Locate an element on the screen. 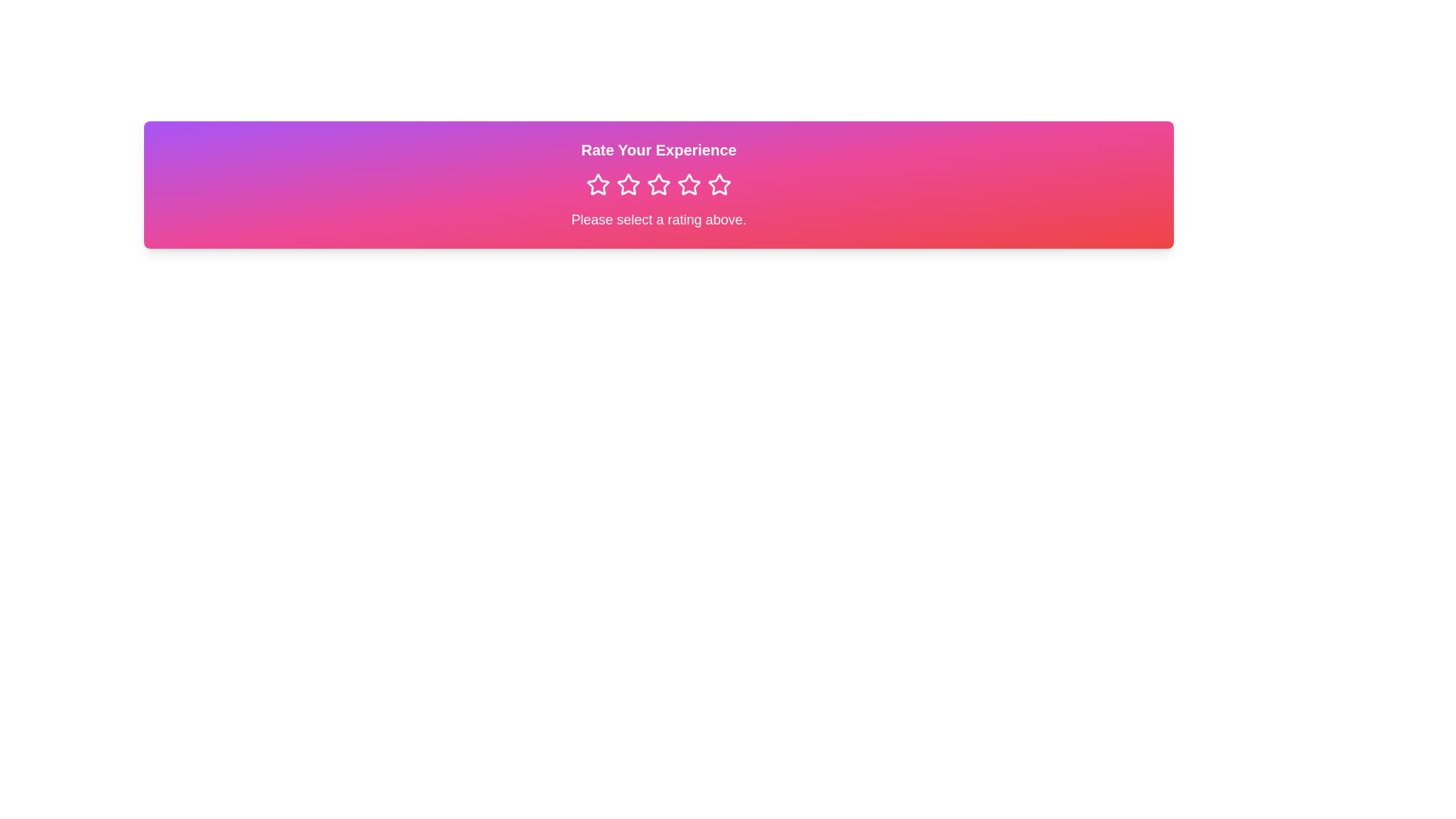 The image size is (1456, 819). the fifth hollow yellowish star icon to rate your experience, which is located below the text 'Rate Your Experience' is located at coordinates (719, 184).